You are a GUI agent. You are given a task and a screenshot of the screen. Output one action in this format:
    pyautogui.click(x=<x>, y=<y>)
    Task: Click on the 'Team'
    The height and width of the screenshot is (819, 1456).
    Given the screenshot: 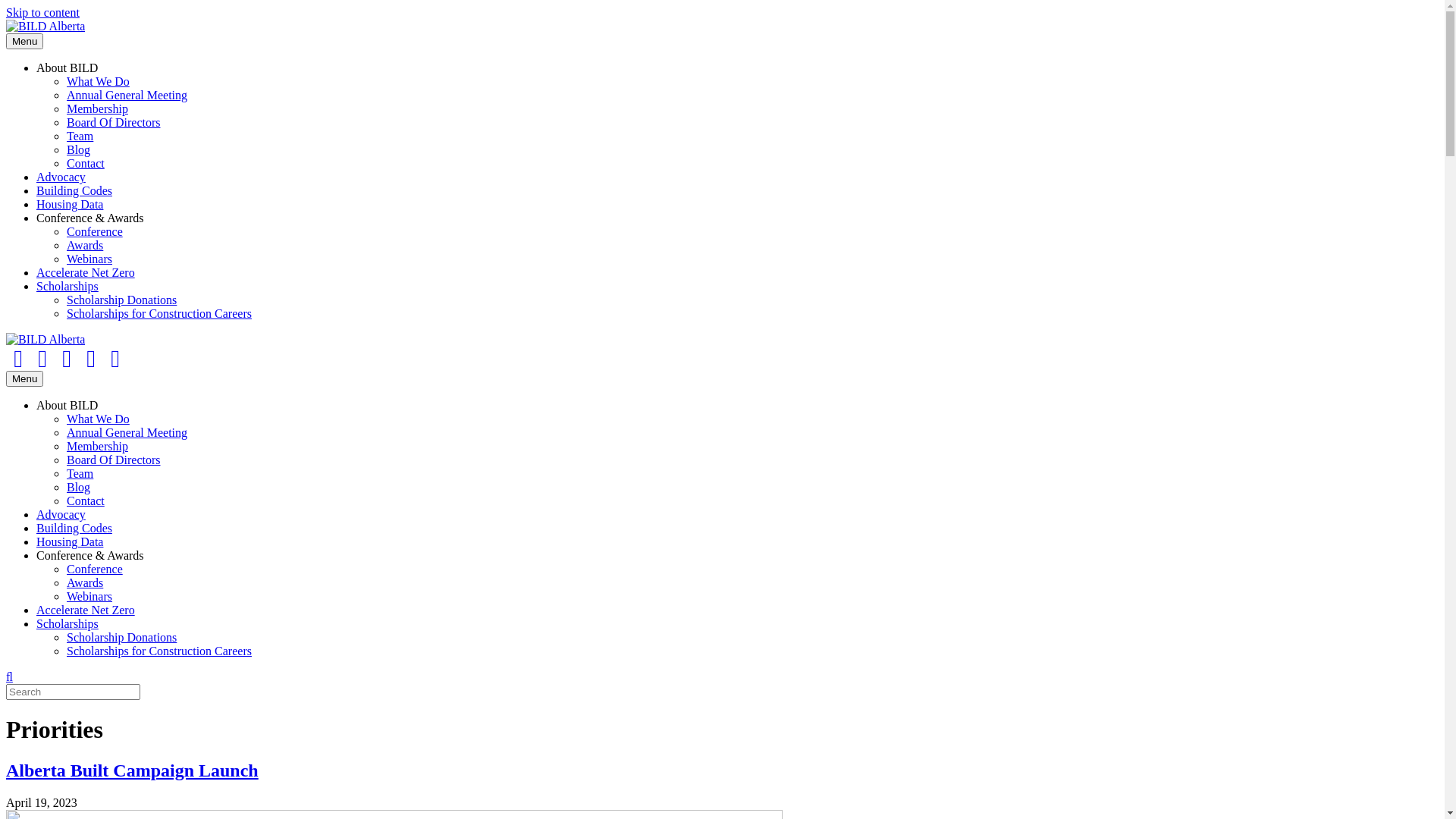 What is the action you would take?
    pyautogui.click(x=79, y=472)
    